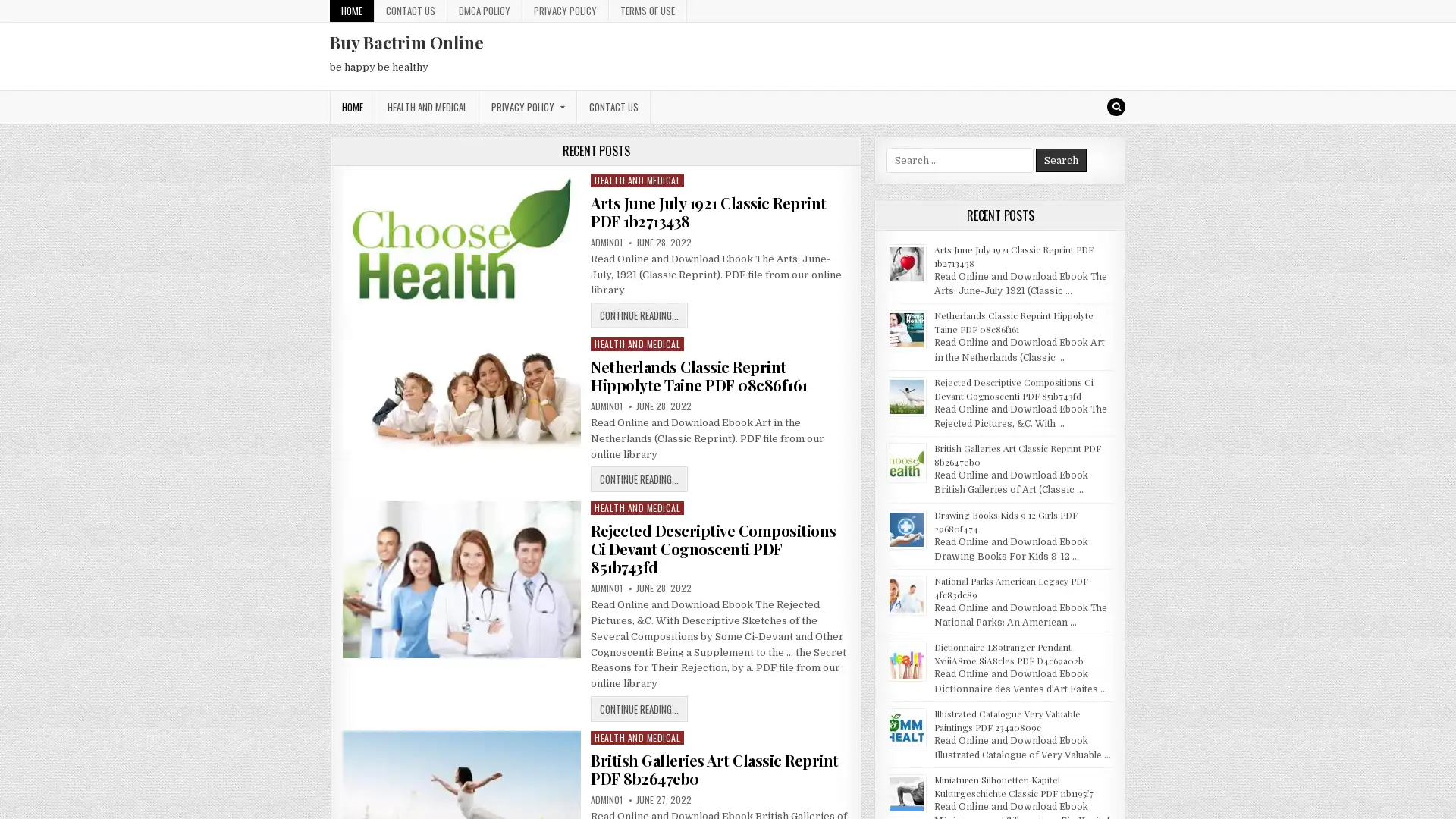 Image resolution: width=1456 pixels, height=819 pixels. Describe the element at coordinates (1060, 160) in the screenshot. I see `Search` at that location.